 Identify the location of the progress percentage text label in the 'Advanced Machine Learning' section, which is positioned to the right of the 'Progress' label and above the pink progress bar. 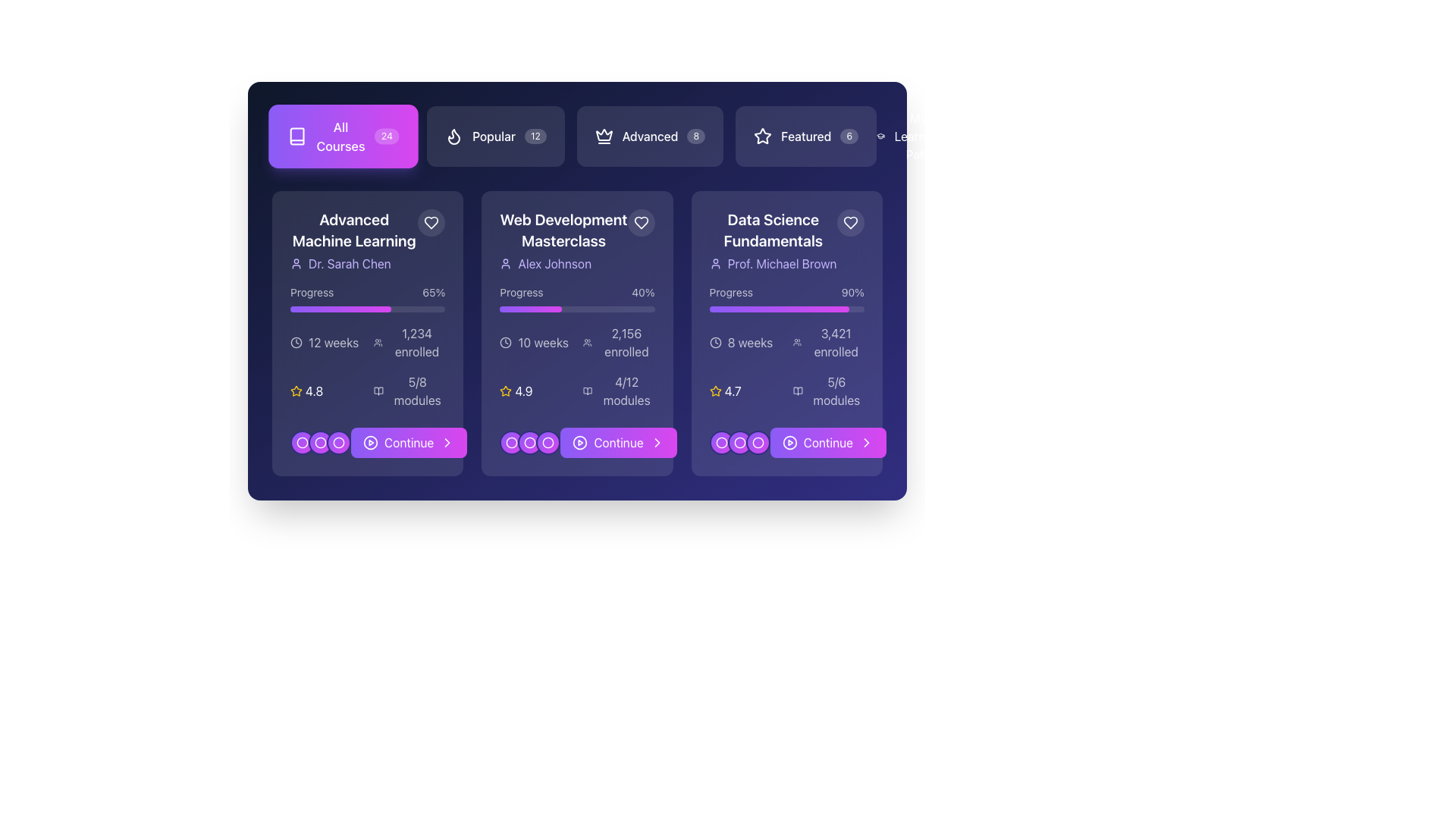
(433, 292).